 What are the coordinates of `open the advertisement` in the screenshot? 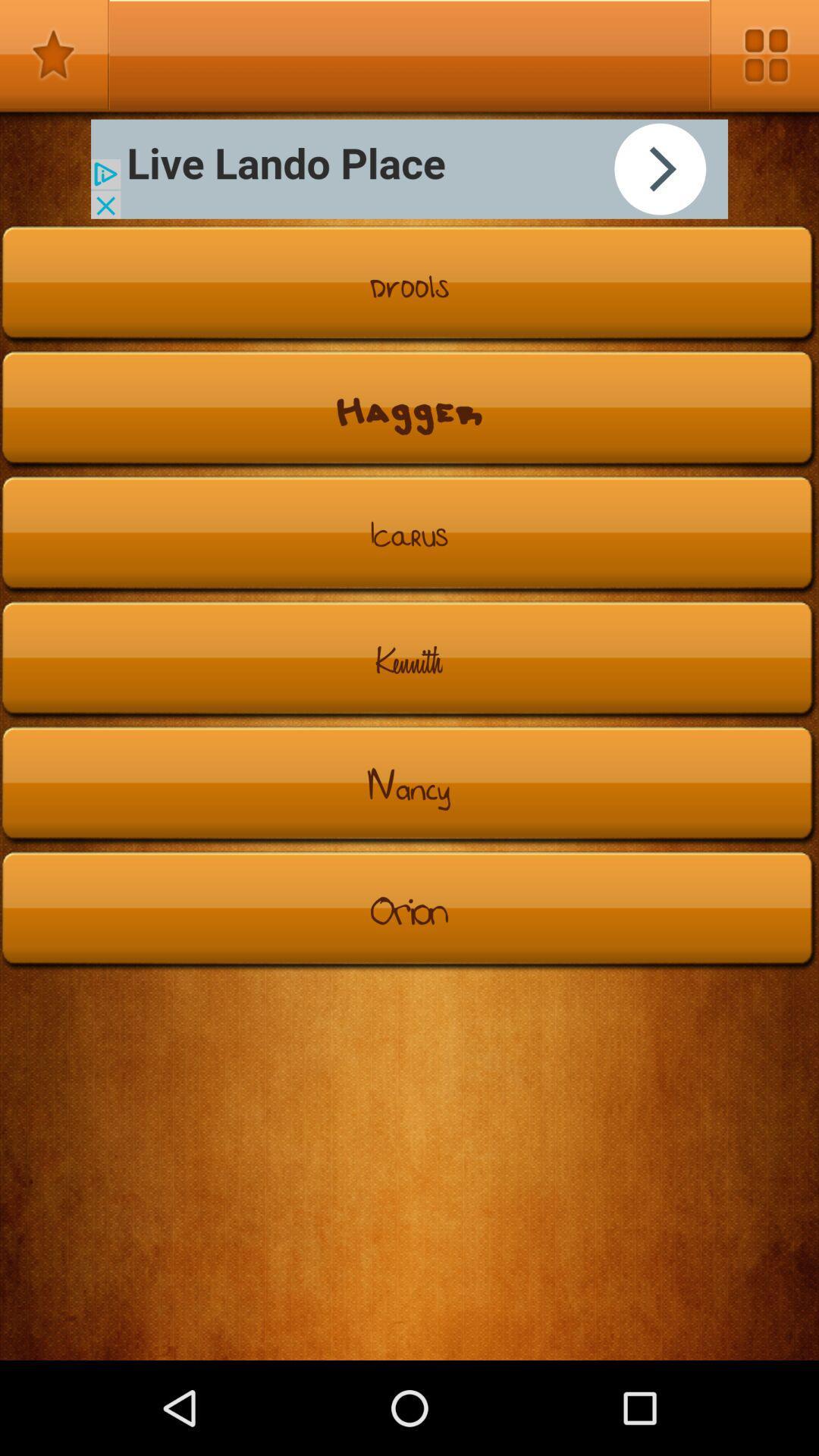 It's located at (409, 169).